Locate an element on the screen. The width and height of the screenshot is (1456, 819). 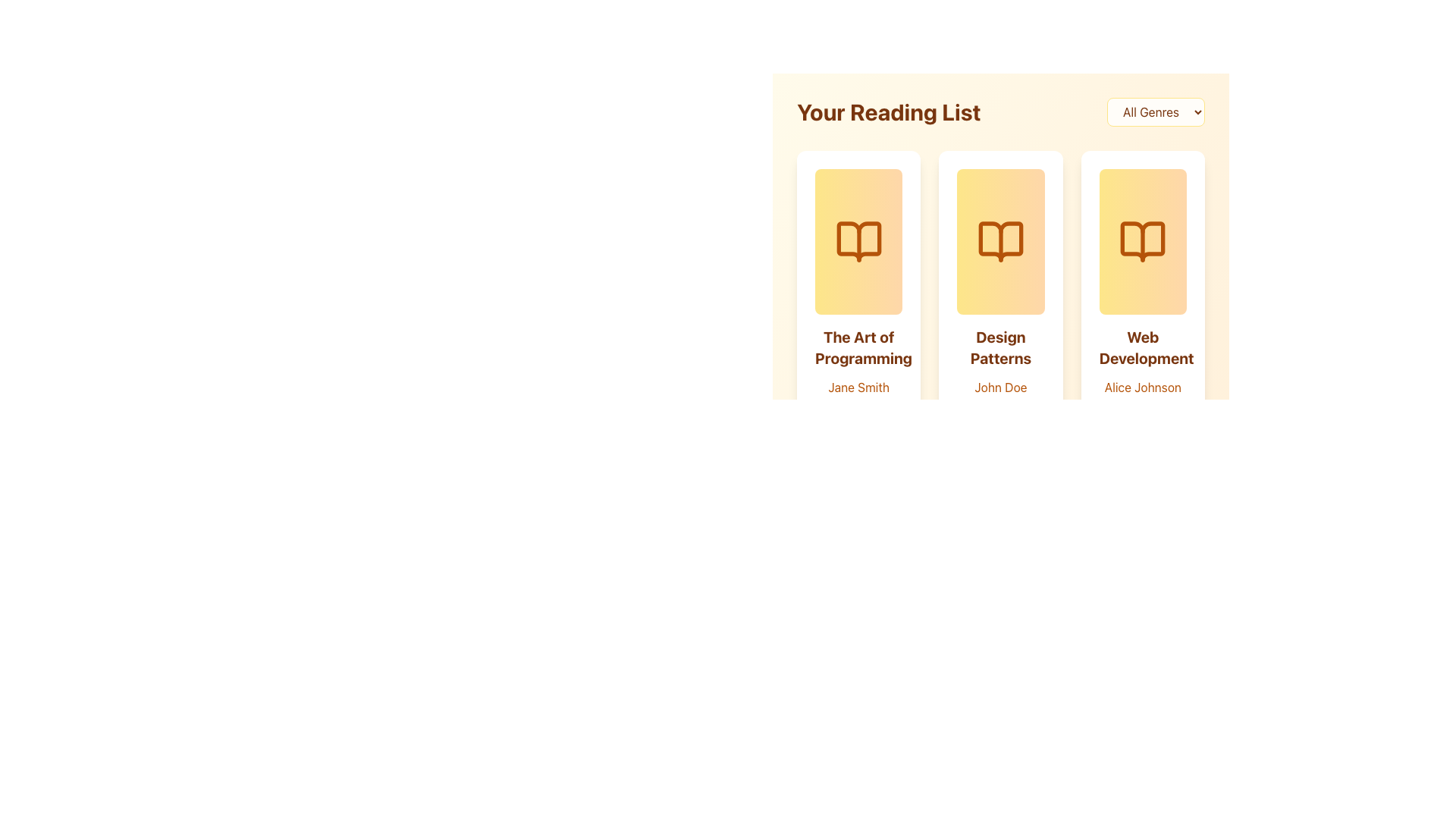
the text label displaying the contributor or author name associated with the 'Web Development' section, located in the third card under 'Your Reading List' is located at coordinates (1143, 386).